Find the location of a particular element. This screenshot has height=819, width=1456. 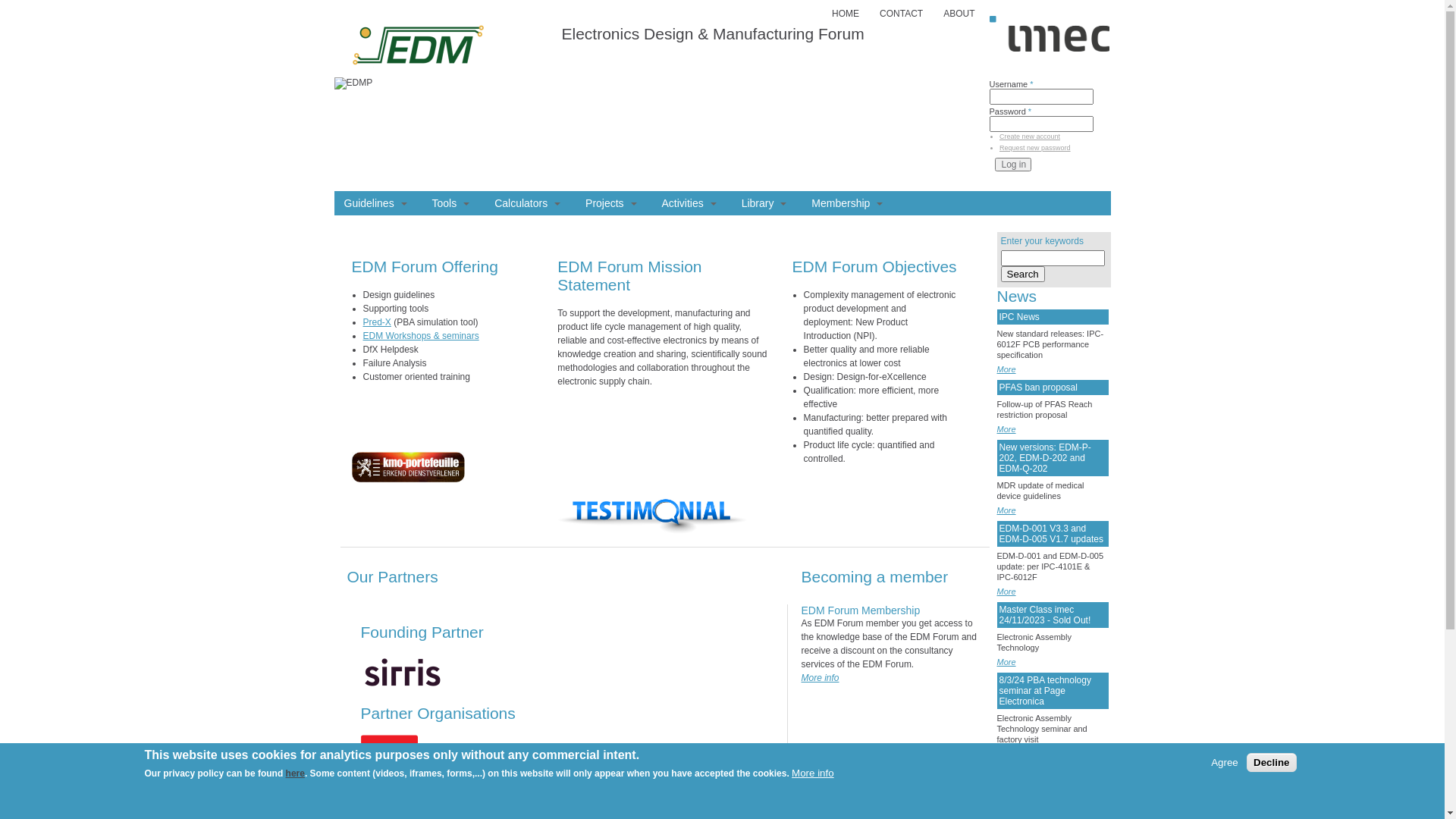

'here' is located at coordinates (295, 773).